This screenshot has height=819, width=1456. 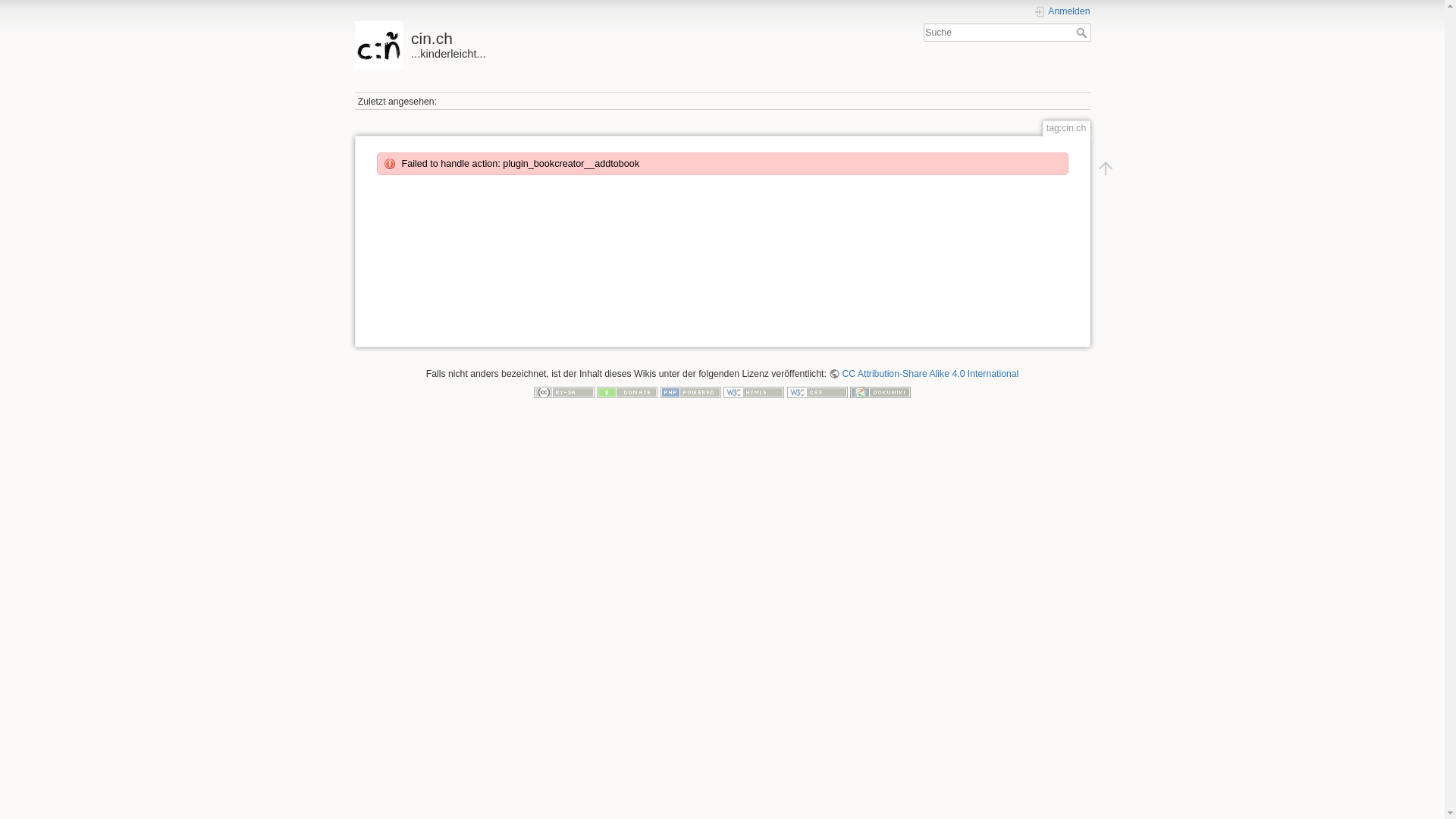 I want to click on 'Valid CSS', so click(x=817, y=391).